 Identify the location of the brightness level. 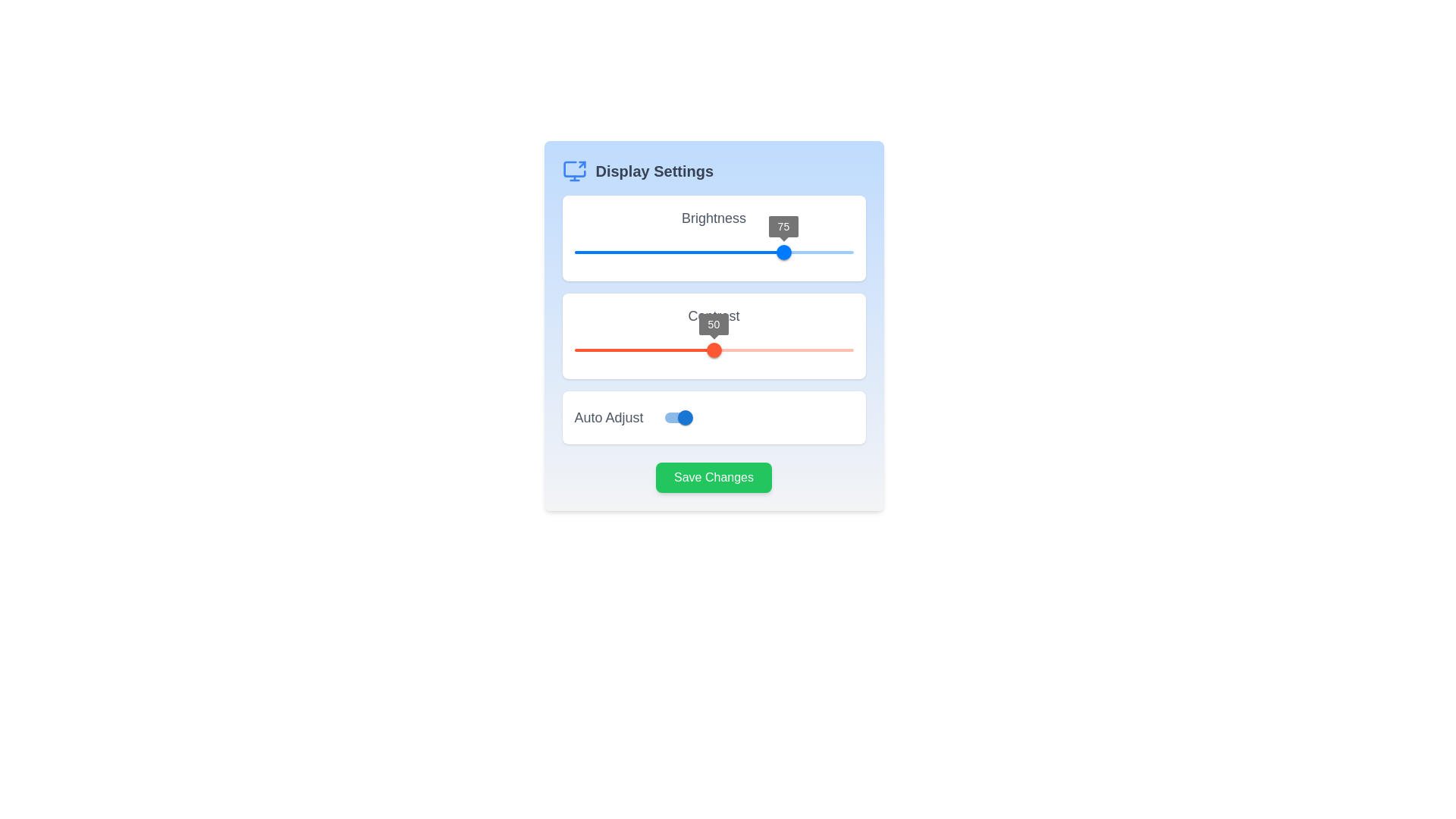
(685, 251).